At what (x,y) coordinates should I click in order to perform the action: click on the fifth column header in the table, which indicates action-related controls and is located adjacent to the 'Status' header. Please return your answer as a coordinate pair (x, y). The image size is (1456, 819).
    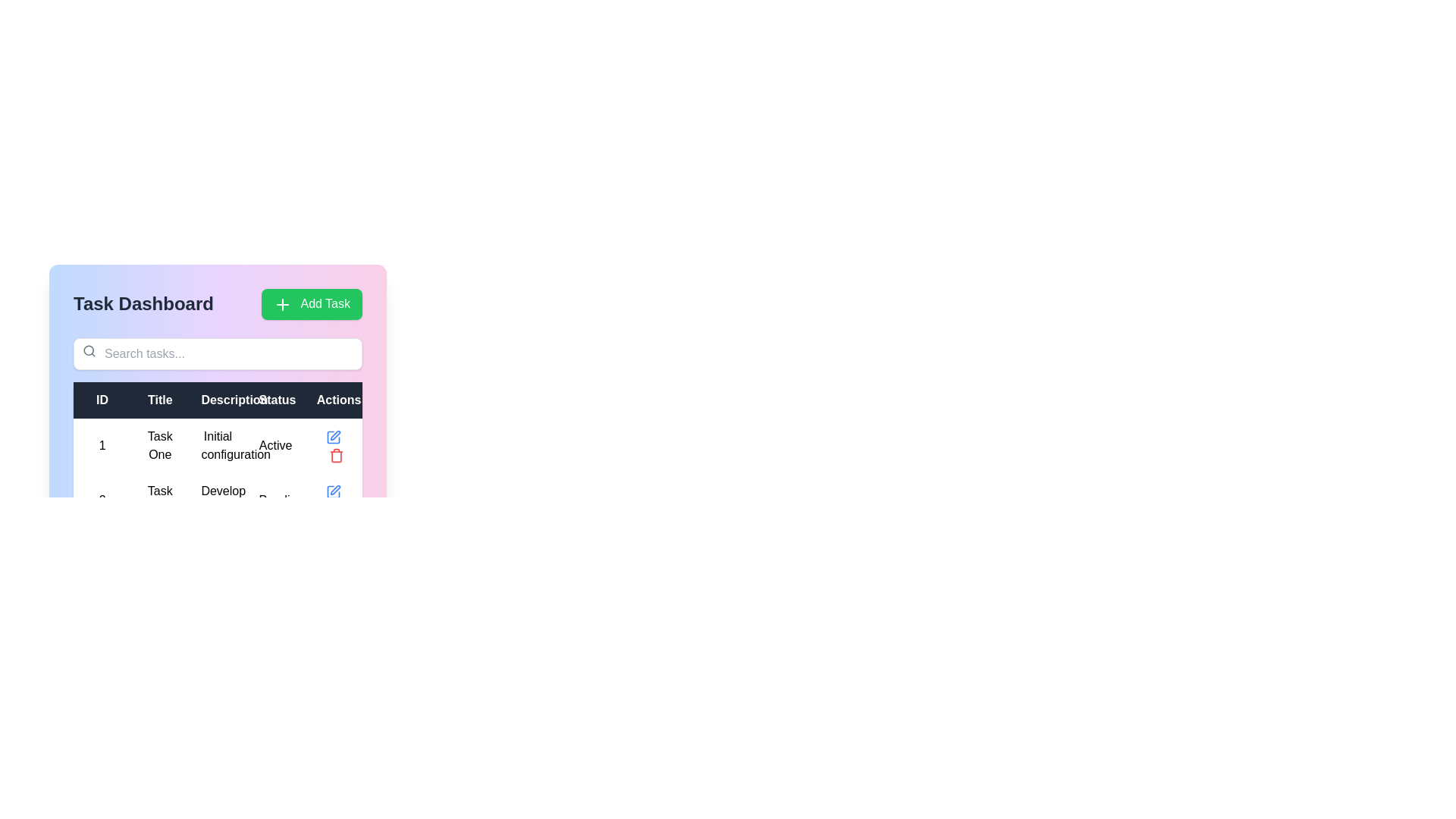
    Looking at the image, I should click on (332, 399).